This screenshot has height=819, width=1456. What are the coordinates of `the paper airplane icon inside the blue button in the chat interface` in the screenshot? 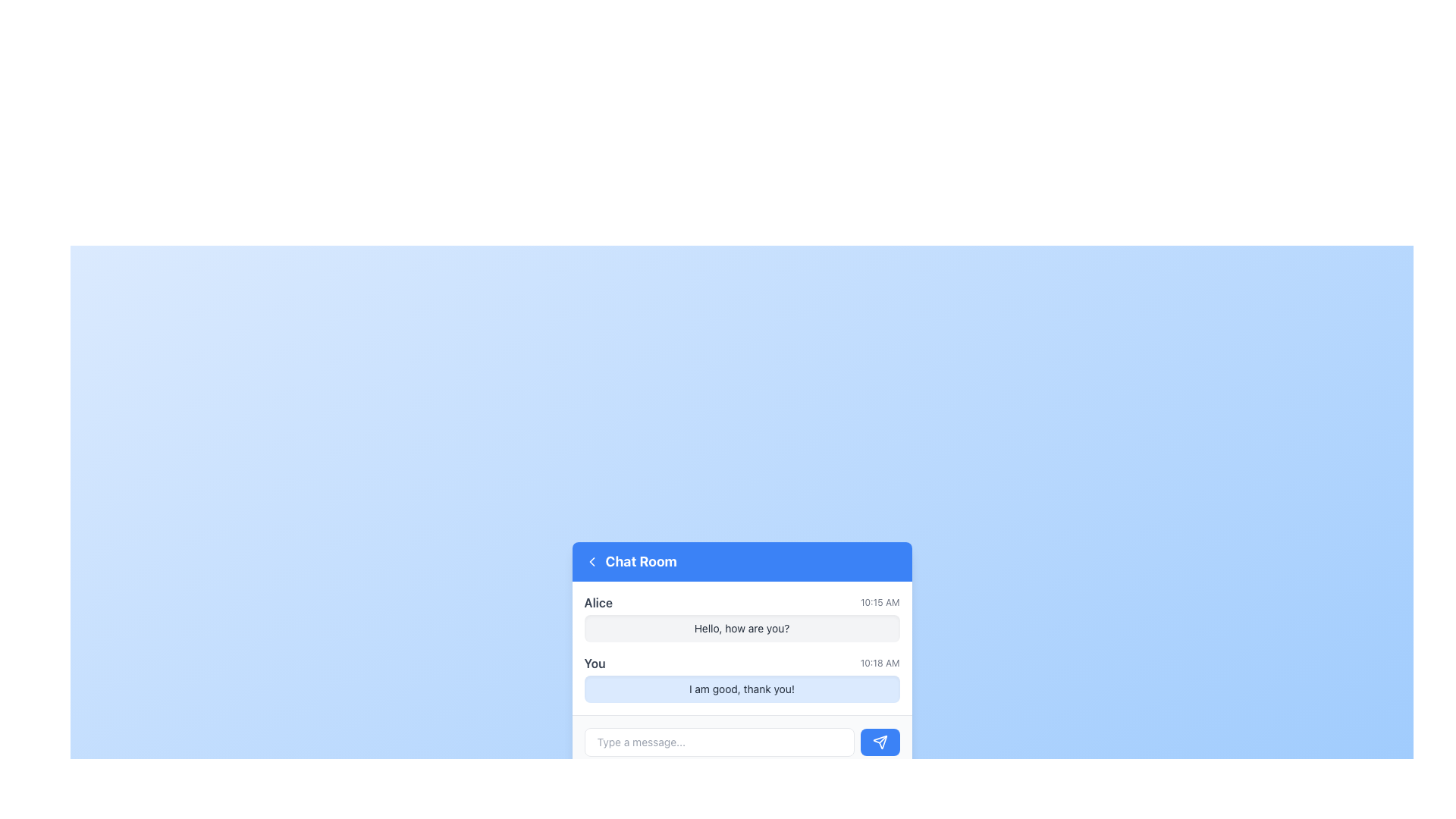 It's located at (880, 741).